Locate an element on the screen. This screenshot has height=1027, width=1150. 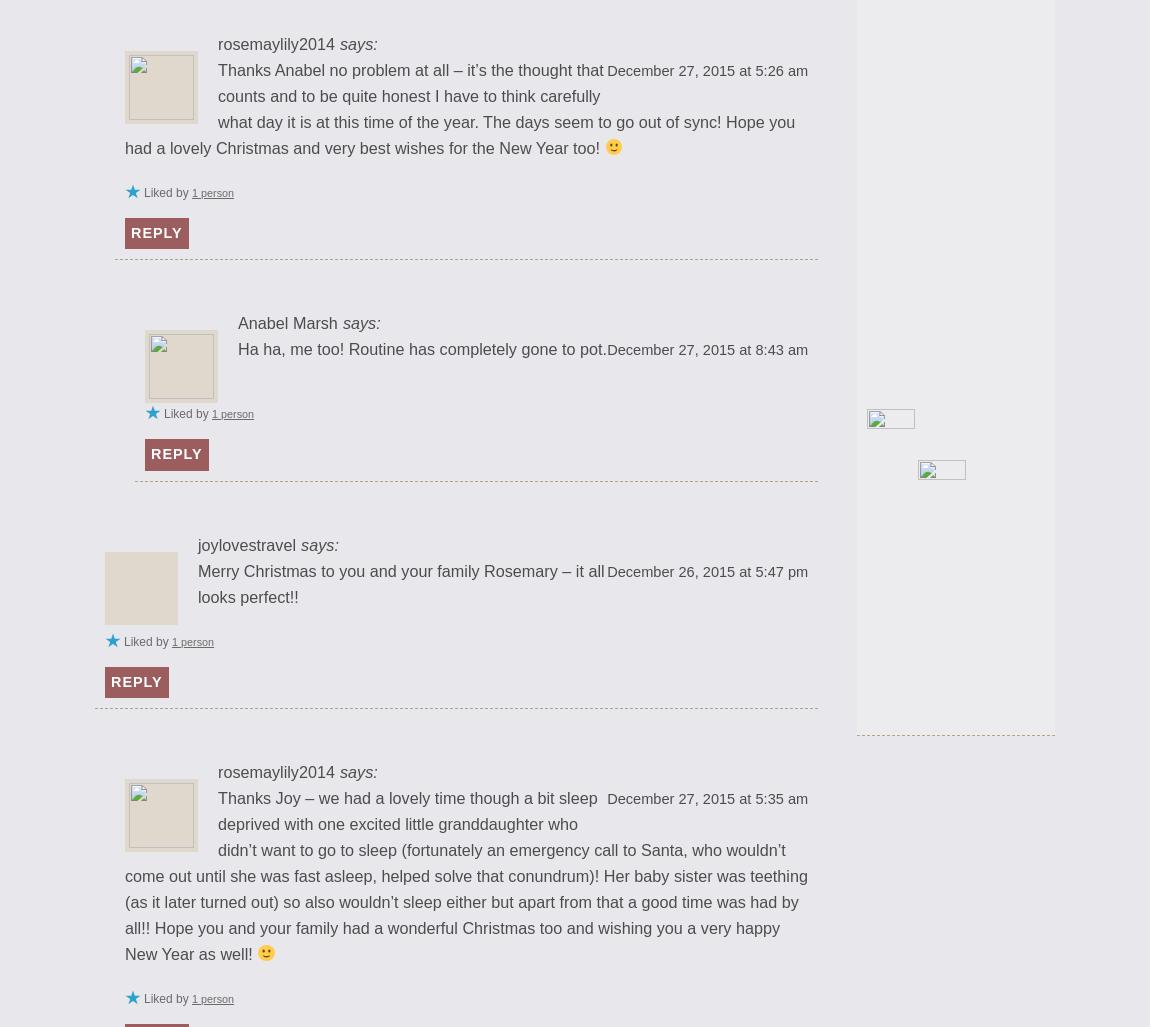
'Ha ha, me too! Routine has completely gone to pot.' is located at coordinates (422, 348).